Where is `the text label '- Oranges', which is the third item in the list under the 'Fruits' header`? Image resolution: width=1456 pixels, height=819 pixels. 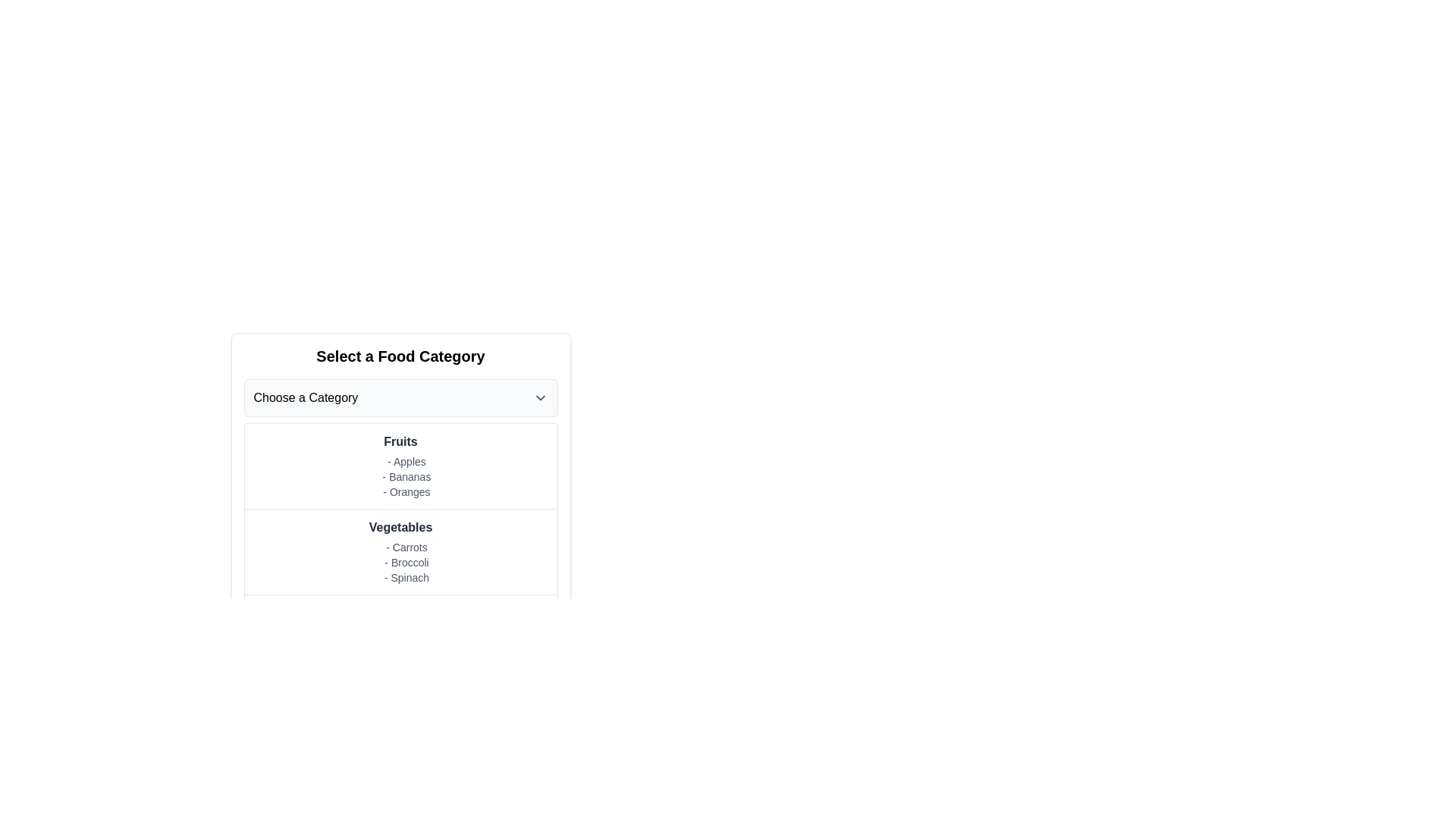 the text label '- Oranges', which is the third item in the list under the 'Fruits' header is located at coordinates (406, 491).